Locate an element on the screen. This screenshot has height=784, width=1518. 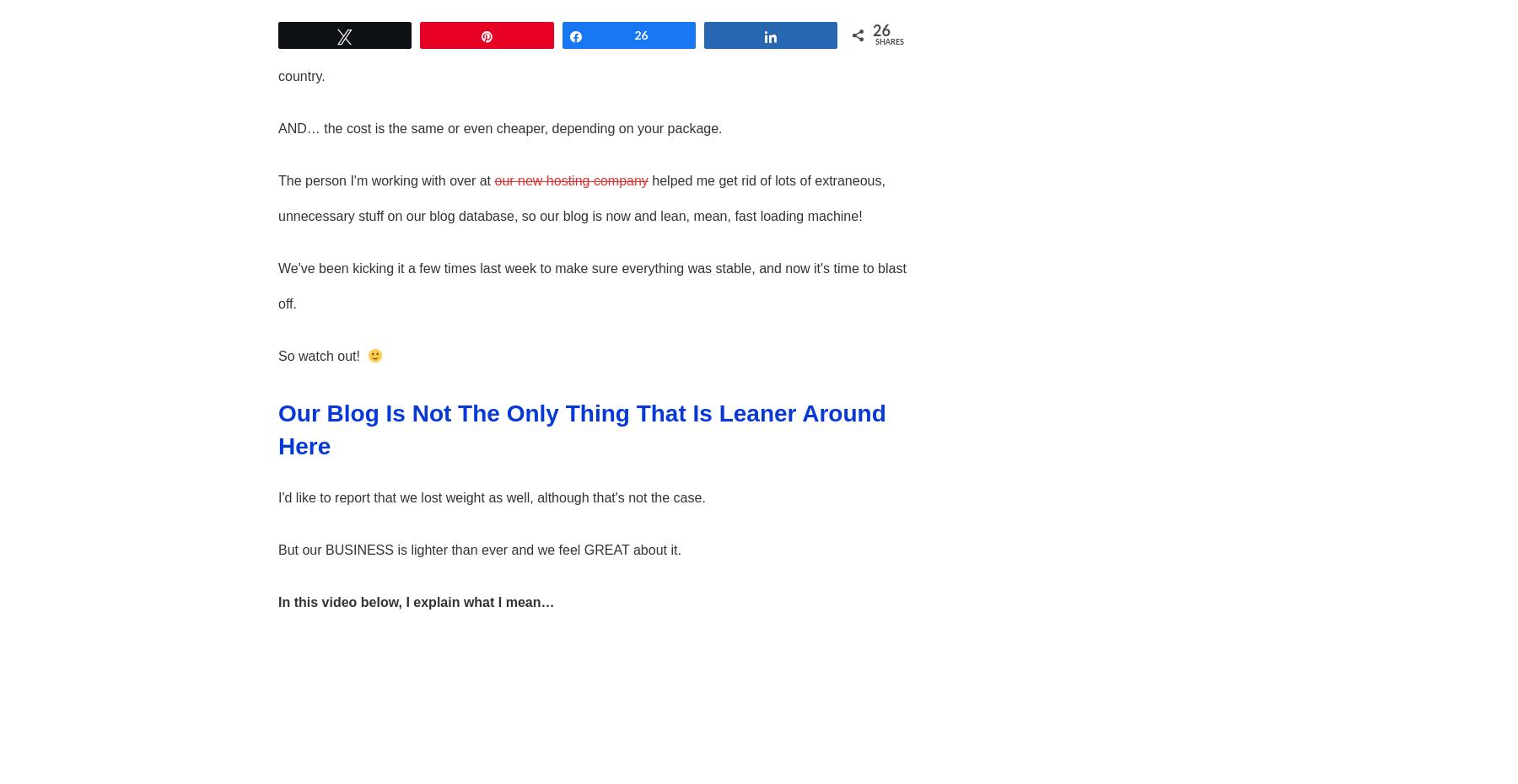
'Lo and behold… one person I can talk to about issues, not a host of outsourcers over in some other country.' is located at coordinates (574, 57).